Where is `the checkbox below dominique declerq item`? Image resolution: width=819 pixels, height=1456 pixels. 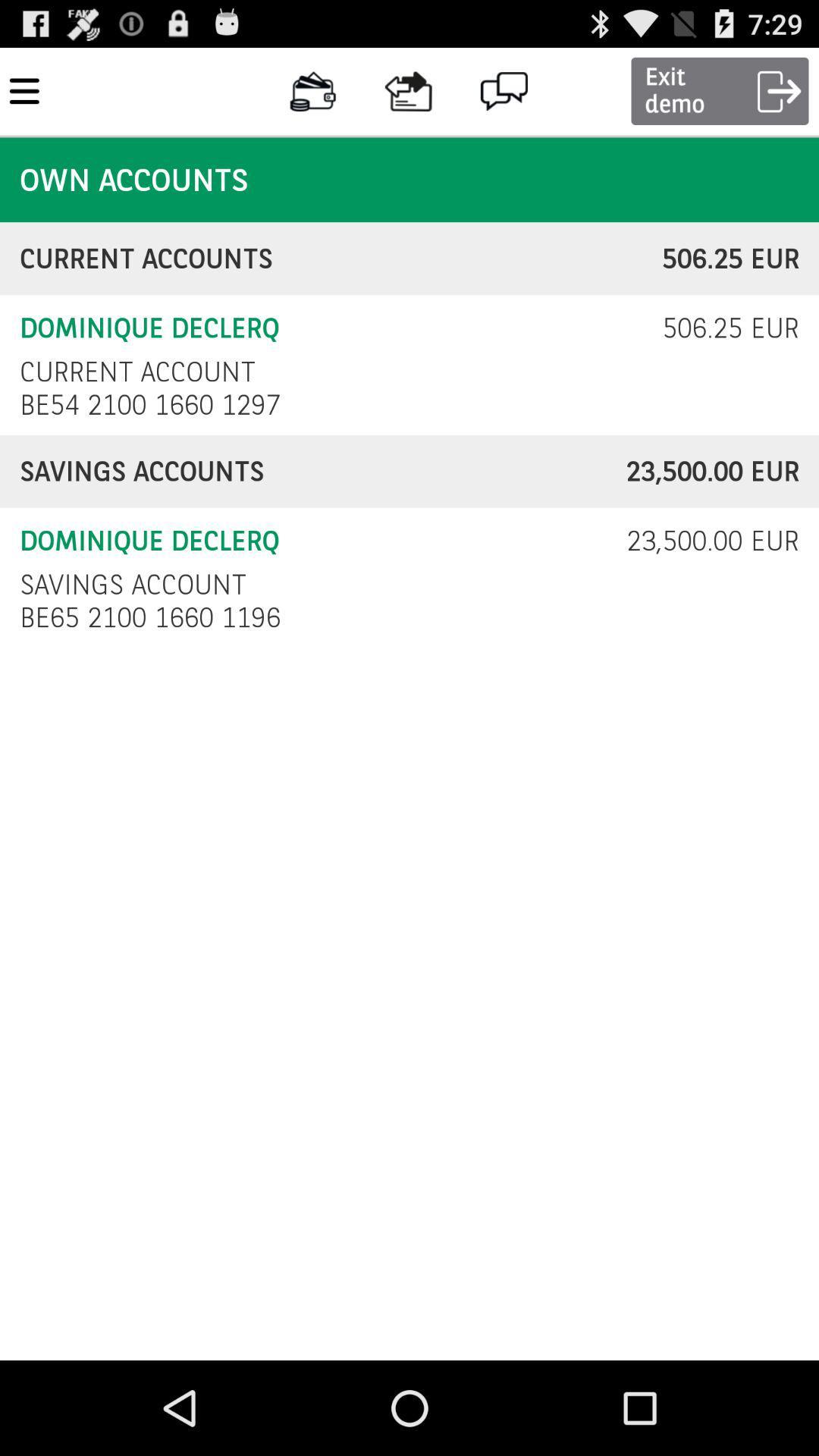
the checkbox below dominique declerq item is located at coordinates (132, 584).